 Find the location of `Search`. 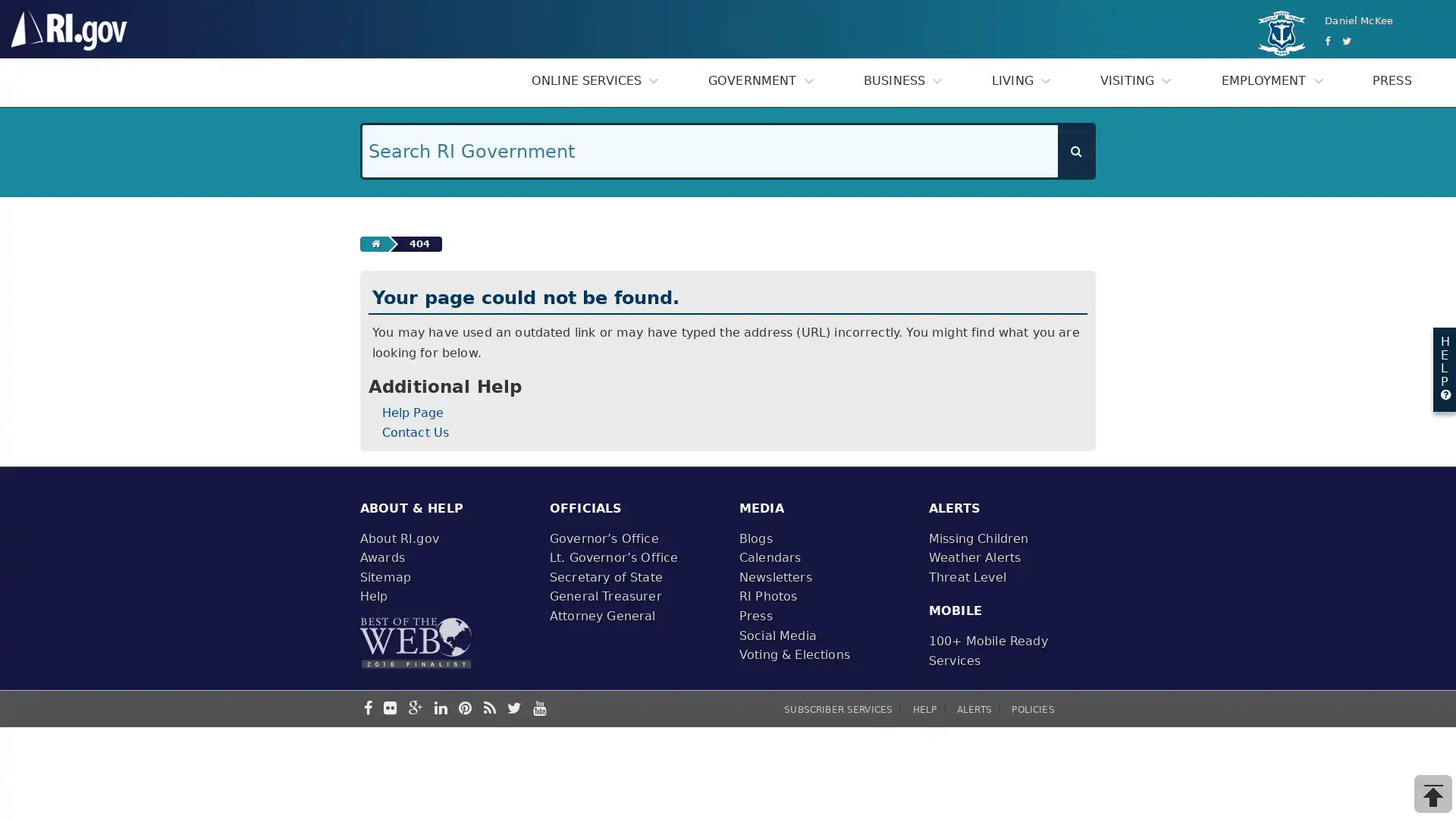

Search is located at coordinates (1075, 151).